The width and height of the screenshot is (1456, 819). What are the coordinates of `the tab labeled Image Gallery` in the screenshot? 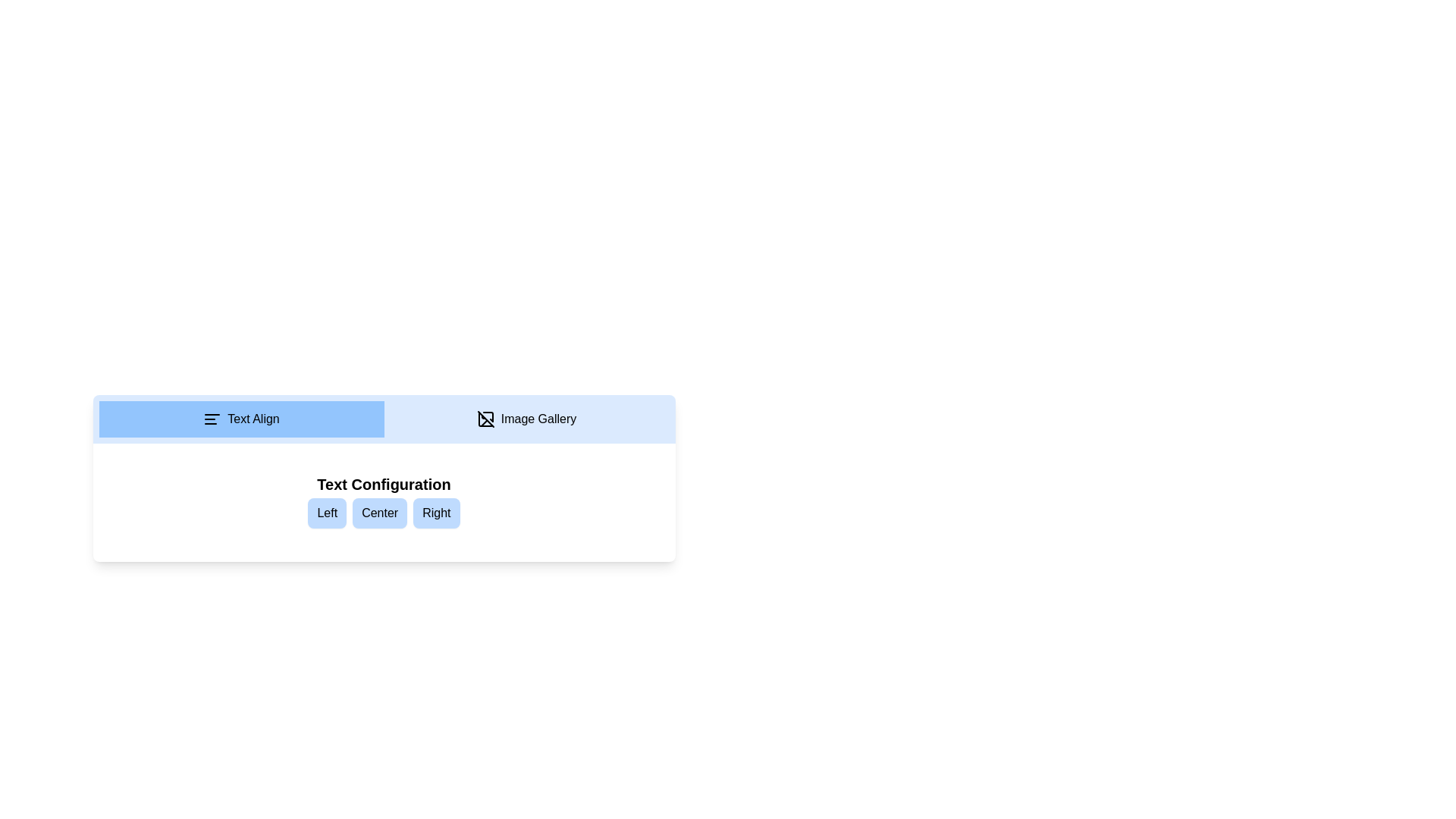 It's located at (526, 419).